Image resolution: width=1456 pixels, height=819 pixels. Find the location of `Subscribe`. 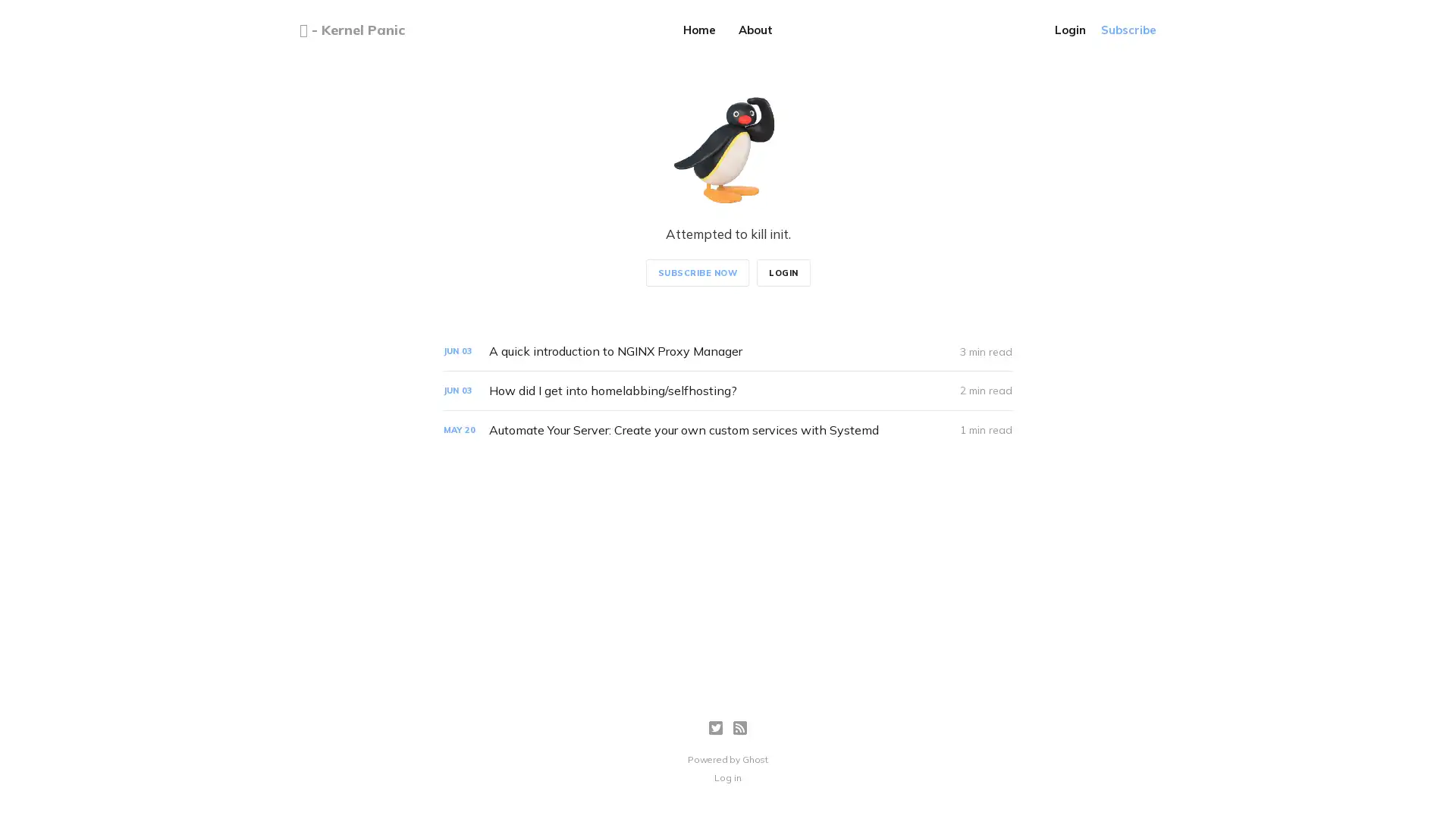

Subscribe is located at coordinates (1128, 30).